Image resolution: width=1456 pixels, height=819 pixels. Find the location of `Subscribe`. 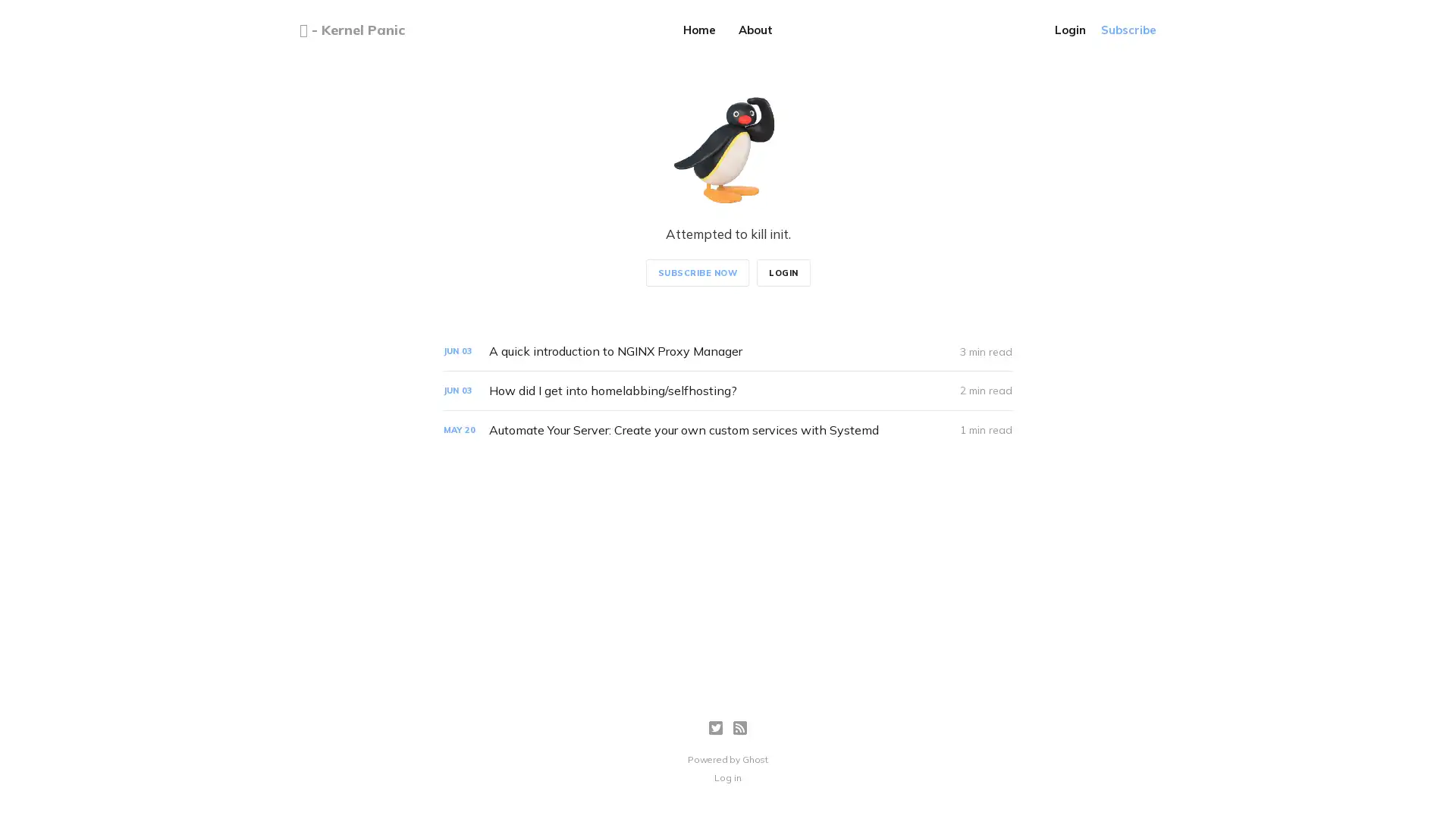

Subscribe is located at coordinates (1128, 30).